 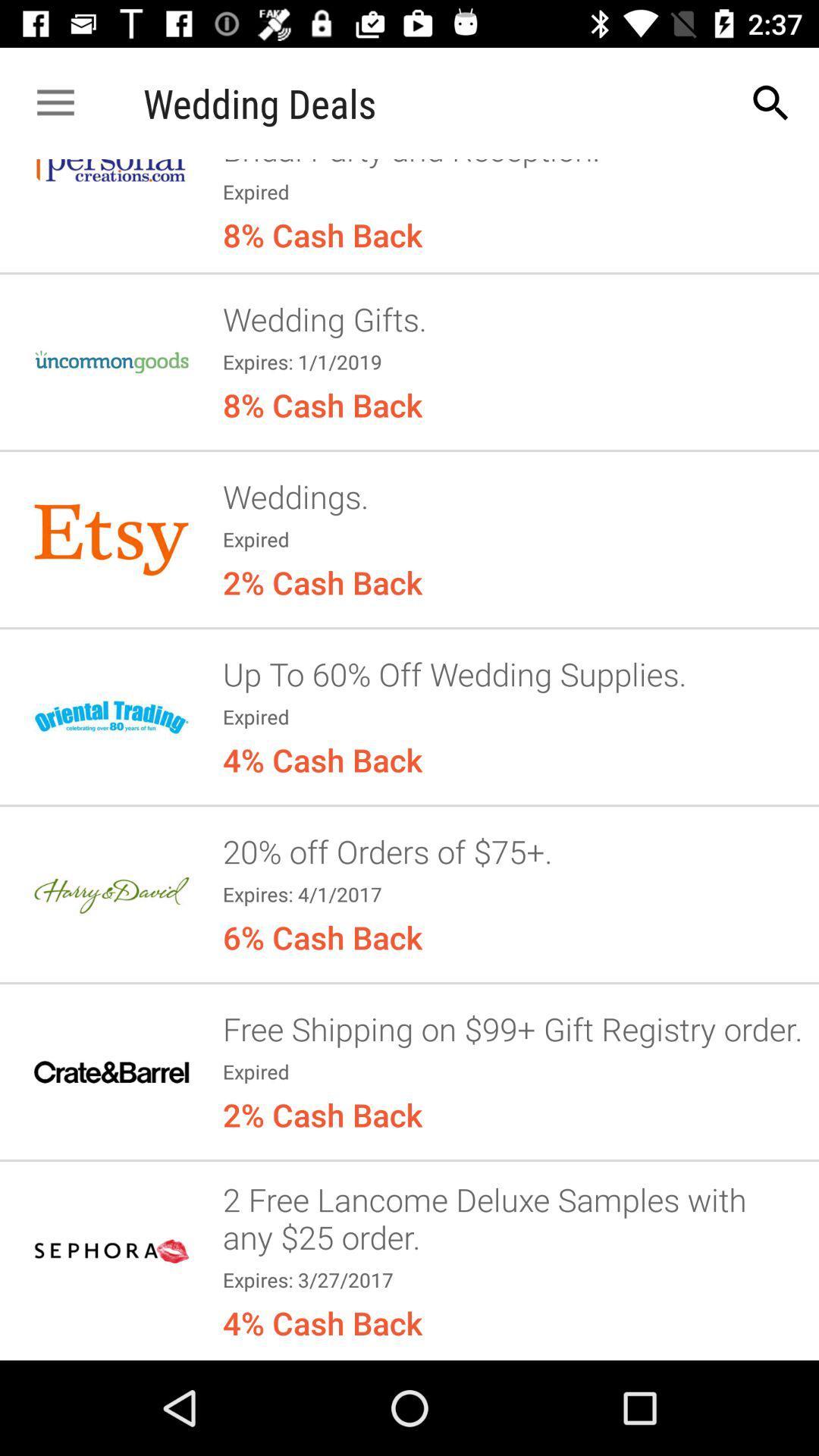 What do you see at coordinates (771, 103) in the screenshot?
I see `top right corner` at bounding box center [771, 103].